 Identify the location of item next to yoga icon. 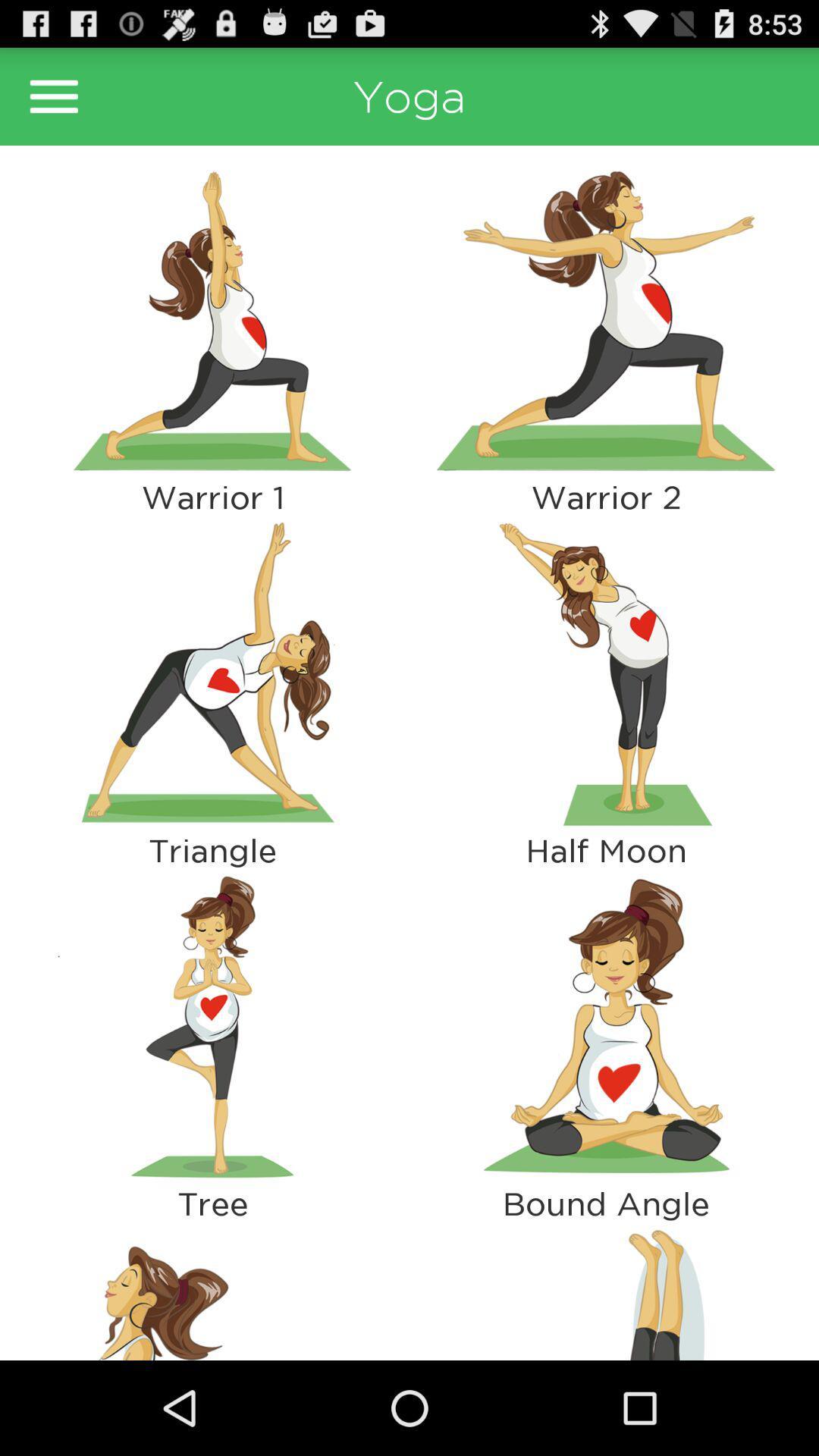
(53, 96).